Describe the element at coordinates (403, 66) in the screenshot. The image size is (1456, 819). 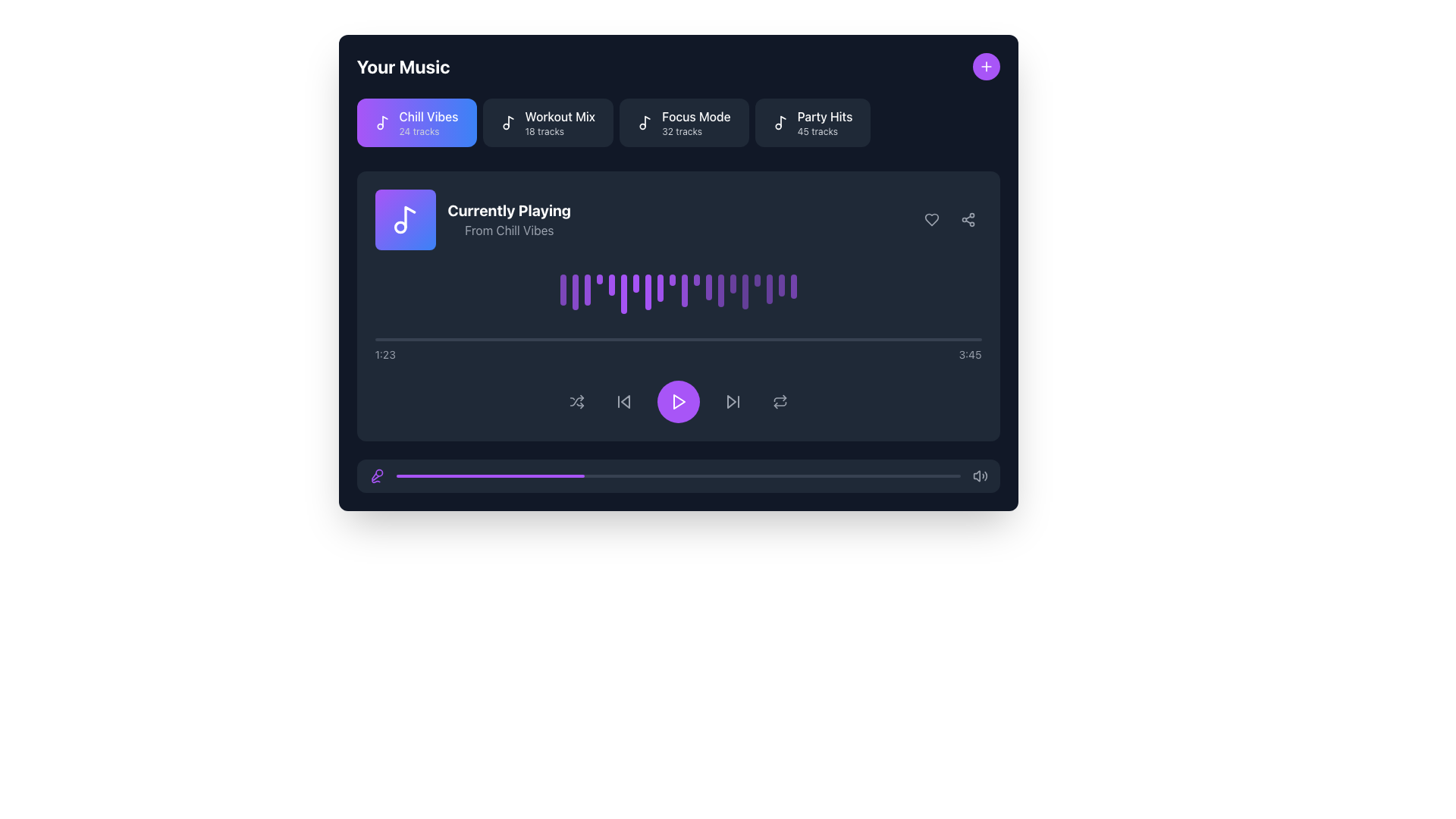
I see `the text label displaying 'Your Music' in bold white font, positioned at the upper-left corner of the view` at that location.